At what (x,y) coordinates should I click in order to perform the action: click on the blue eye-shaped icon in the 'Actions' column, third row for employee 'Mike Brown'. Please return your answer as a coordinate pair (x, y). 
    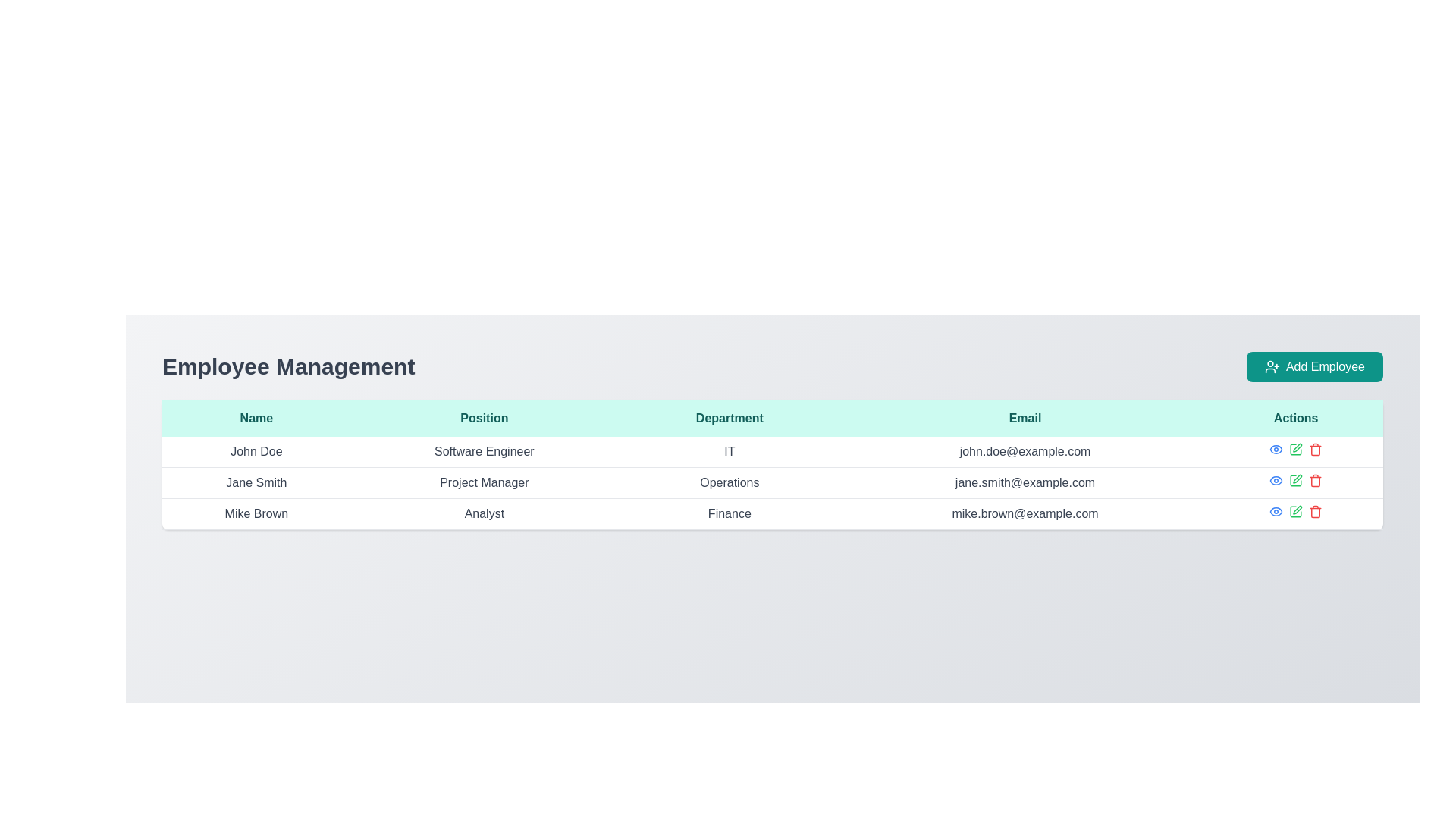
    Looking at the image, I should click on (1276, 512).